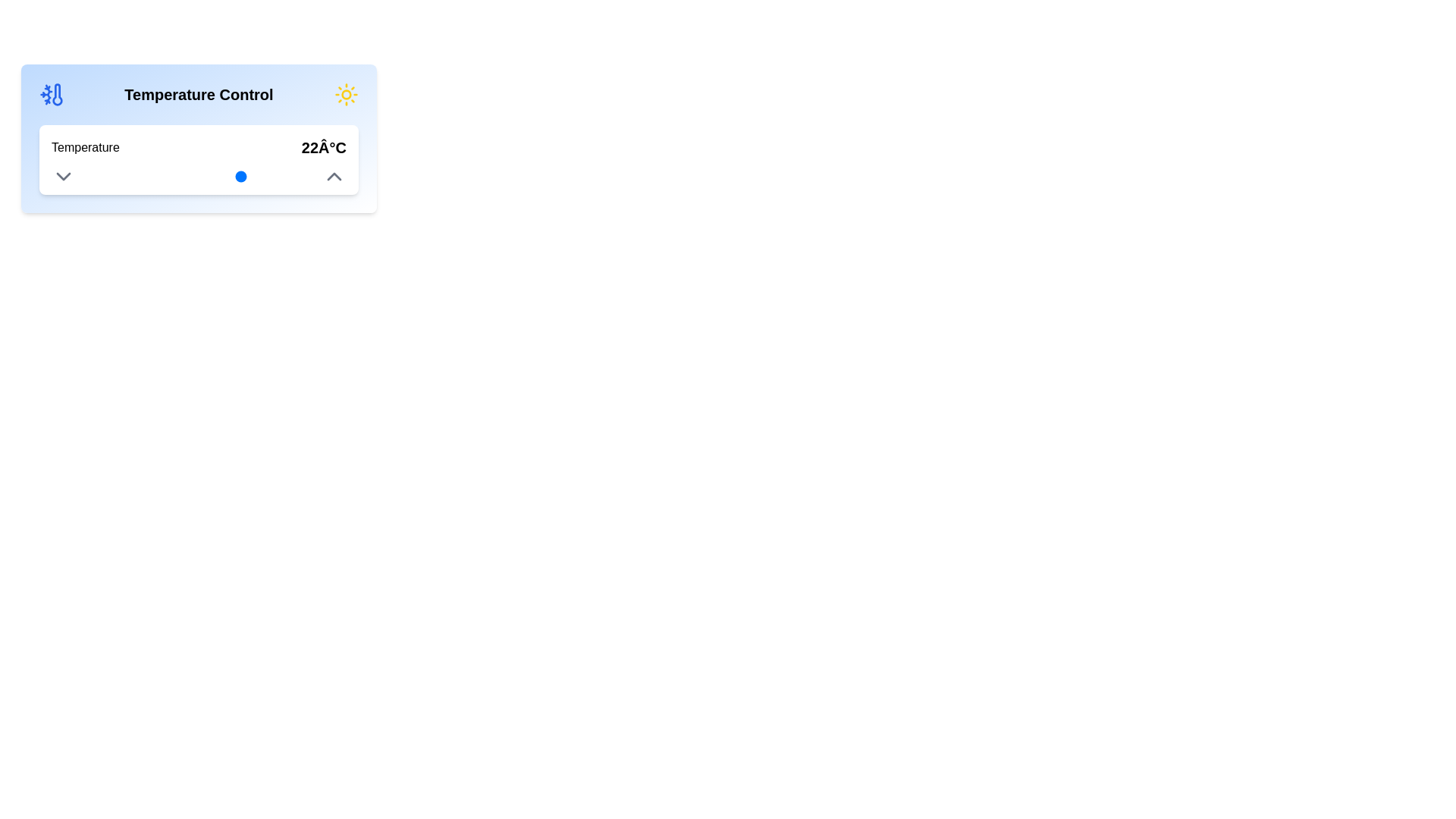 This screenshot has width=1456, height=819. I want to click on the text label displaying '22Â°C', which is bold and large, indicating the current temperature, positioned to the right of the 'Temperature' label, so click(323, 148).